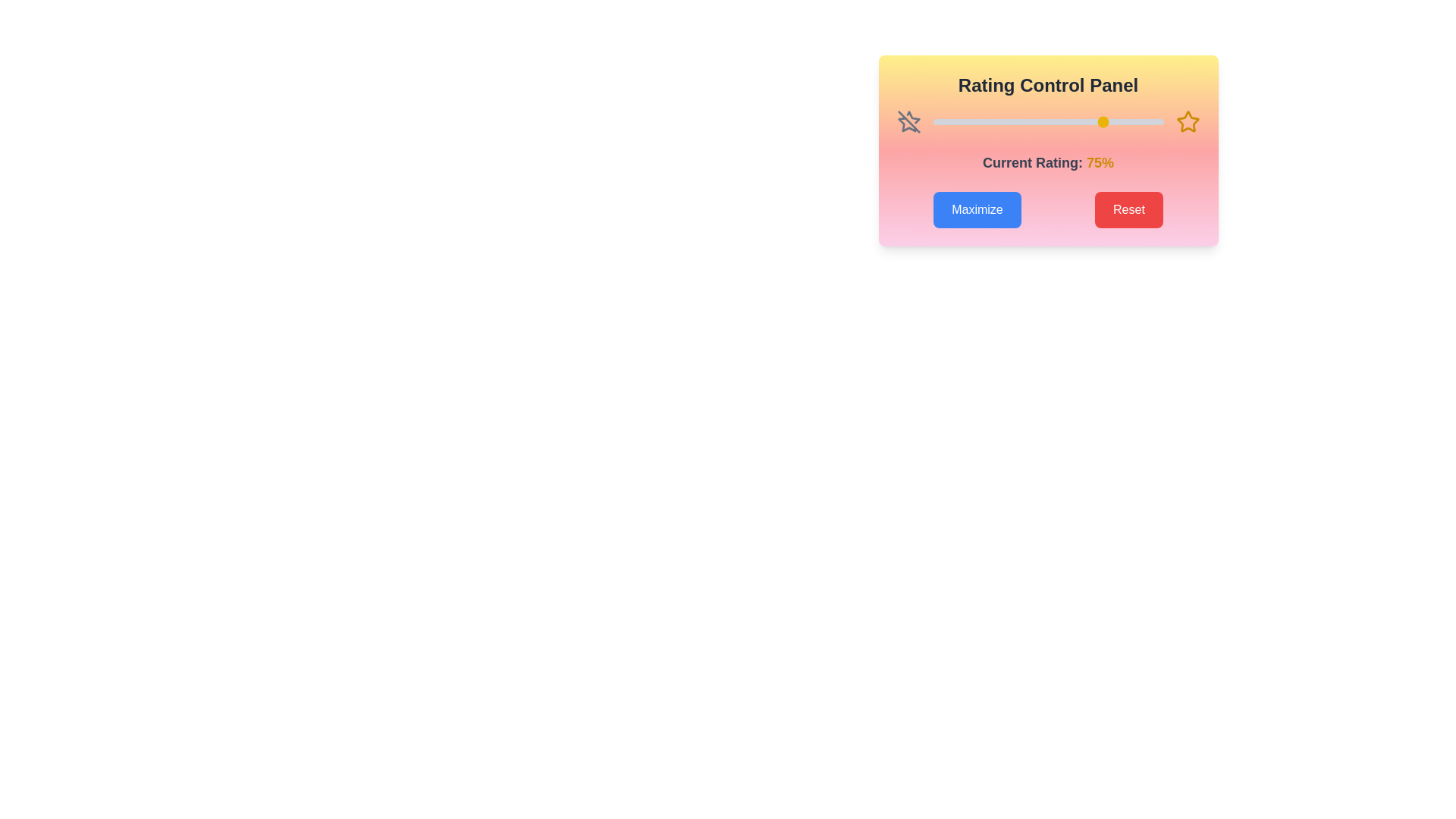 This screenshot has width=1456, height=819. I want to click on the rating slider to 78%, so click(1112, 121).